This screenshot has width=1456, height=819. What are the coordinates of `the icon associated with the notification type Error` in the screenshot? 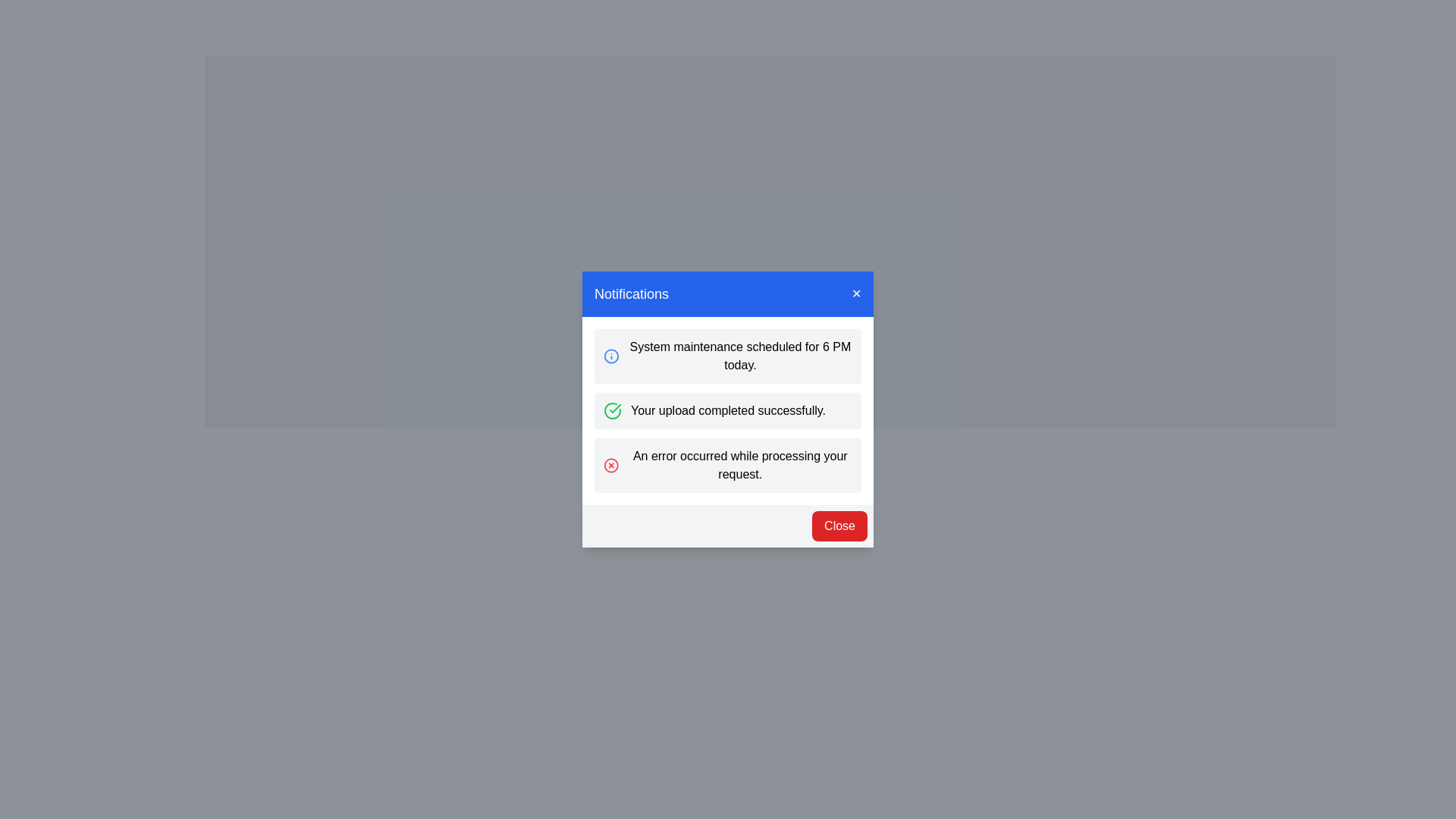 It's located at (611, 464).